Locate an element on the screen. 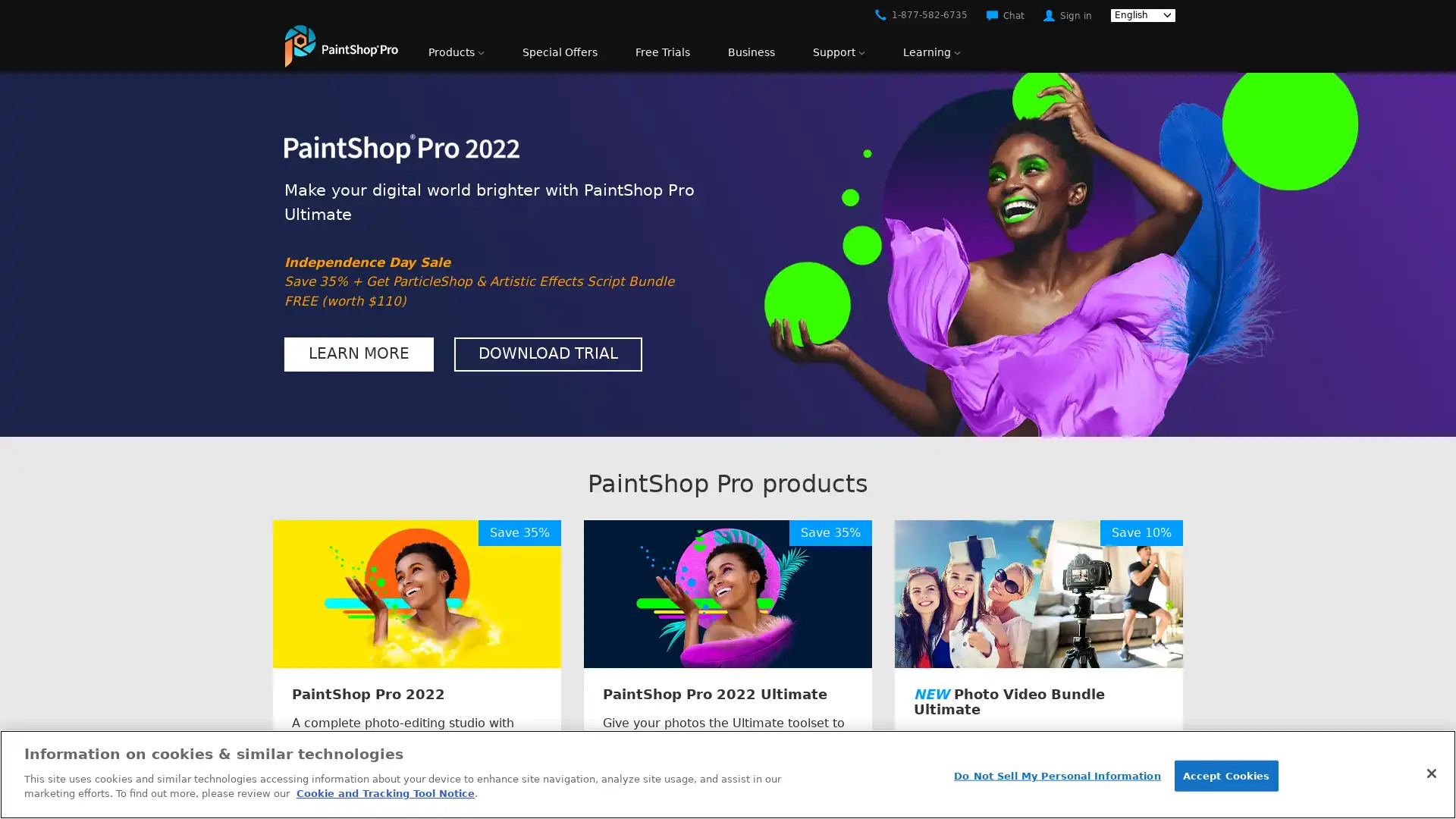 Image resolution: width=1456 pixels, height=819 pixels. Do Not Sell My Personal Information is located at coordinates (1056, 775).